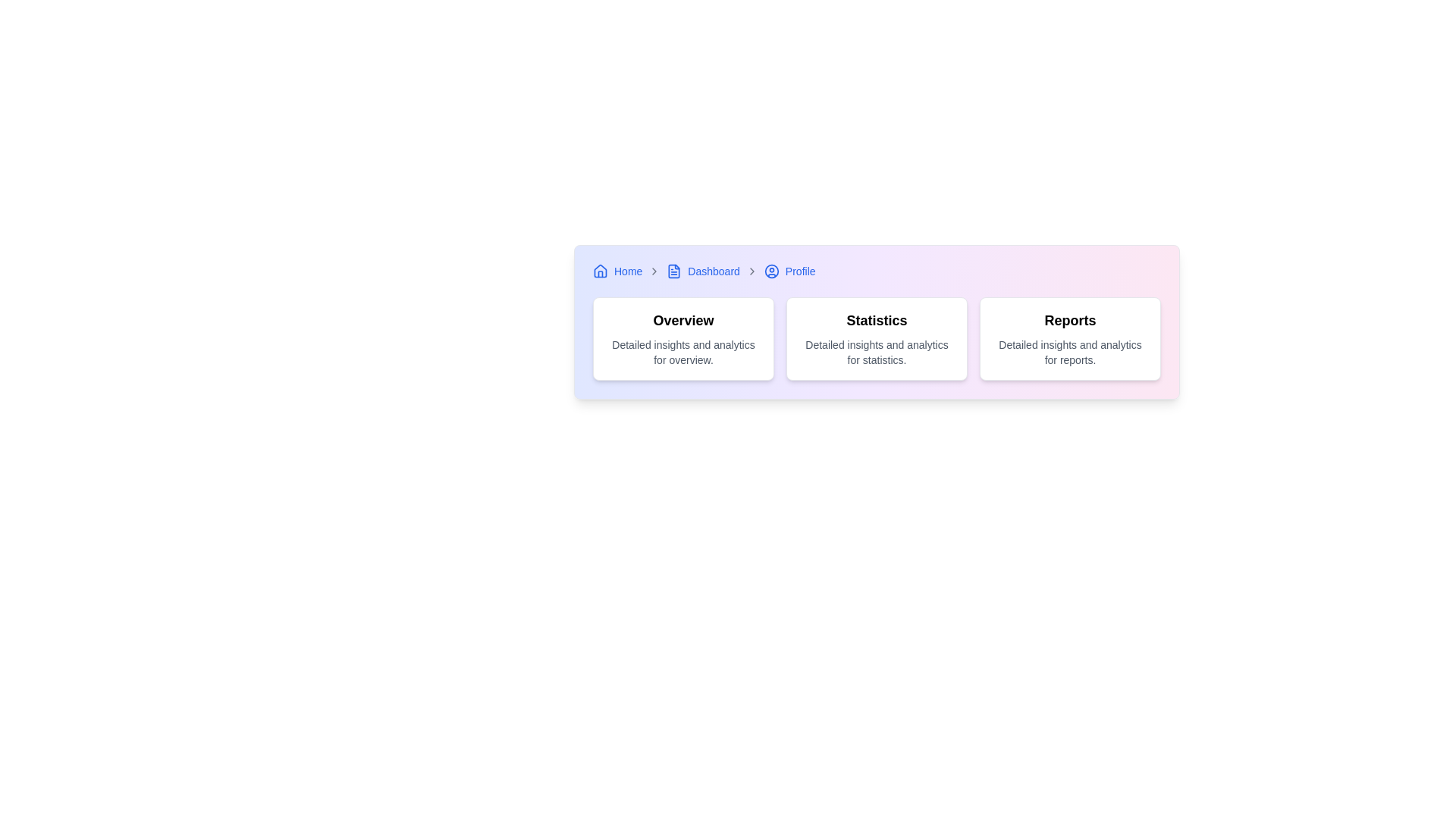 The height and width of the screenshot is (819, 1456). Describe the element at coordinates (877, 338) in the screenshot. I see `information displayed on the Information card located in the center column of the grid layout, positioned between 'Overview' and 'Reports'` at that location.